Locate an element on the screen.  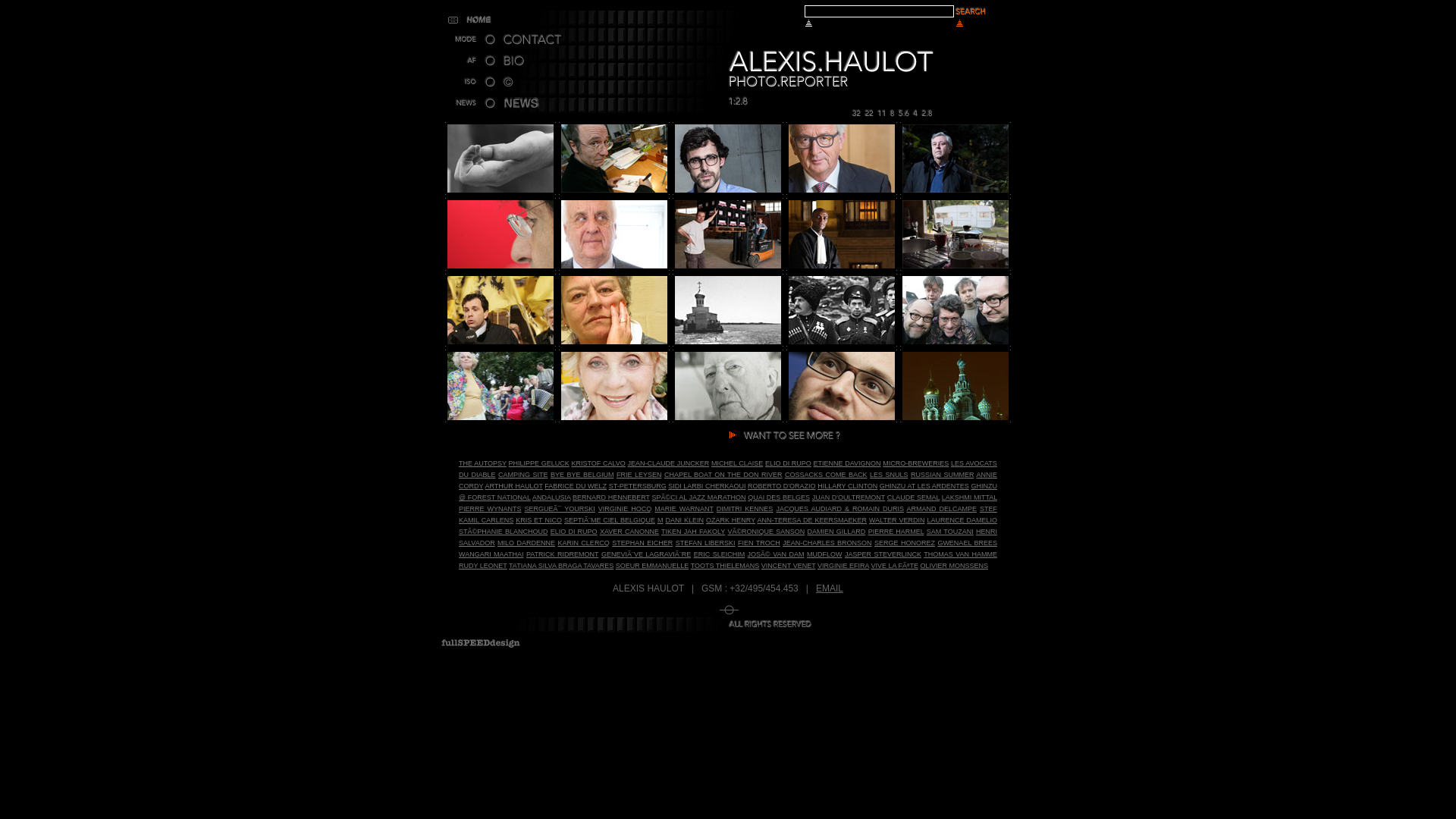
'FABRICE DU WELZ' is located at coordinates (574, 485).